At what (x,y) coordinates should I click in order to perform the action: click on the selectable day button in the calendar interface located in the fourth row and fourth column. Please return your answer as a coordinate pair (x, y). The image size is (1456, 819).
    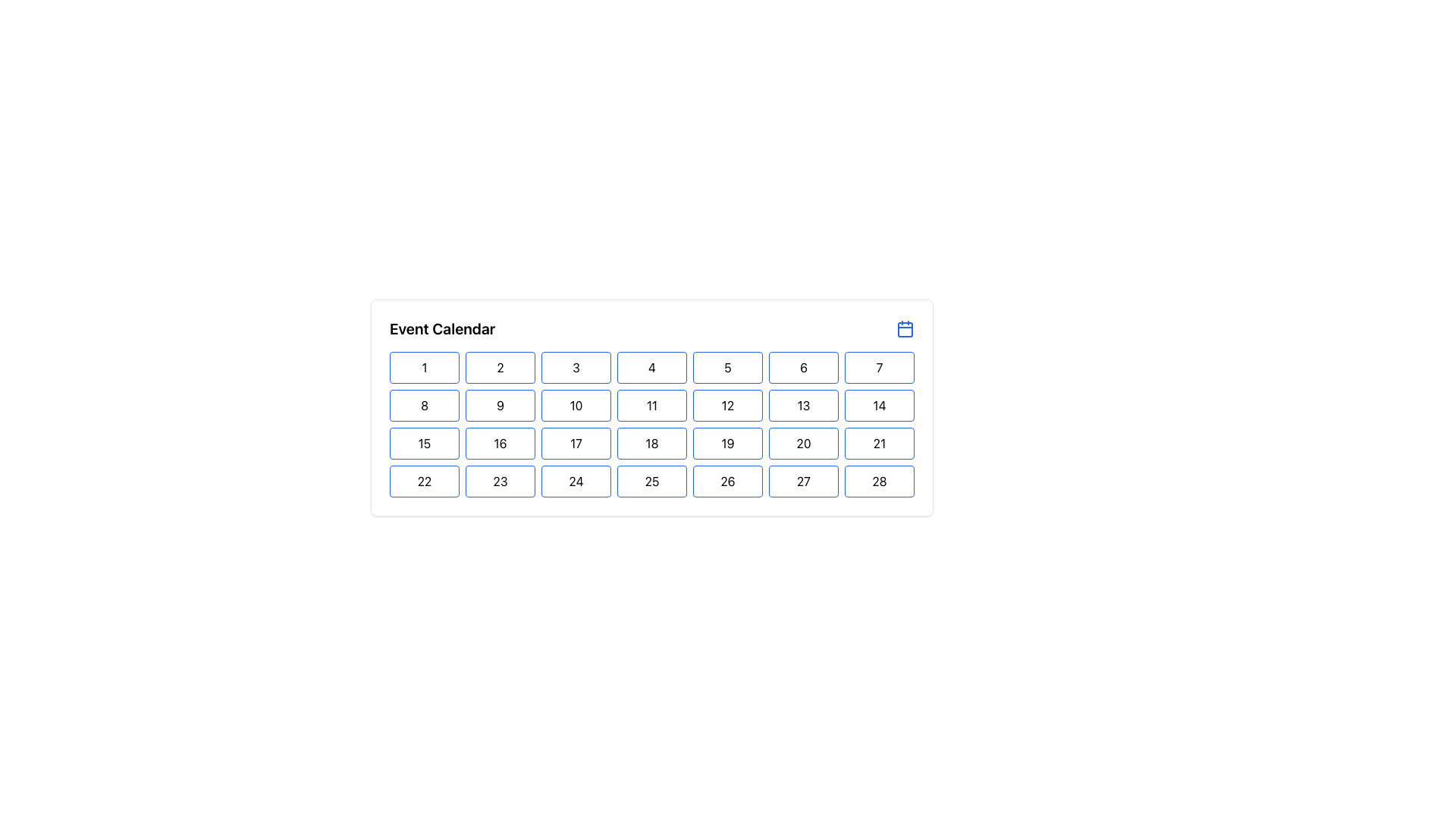
    Looking at the image, I should click on (575, 482).